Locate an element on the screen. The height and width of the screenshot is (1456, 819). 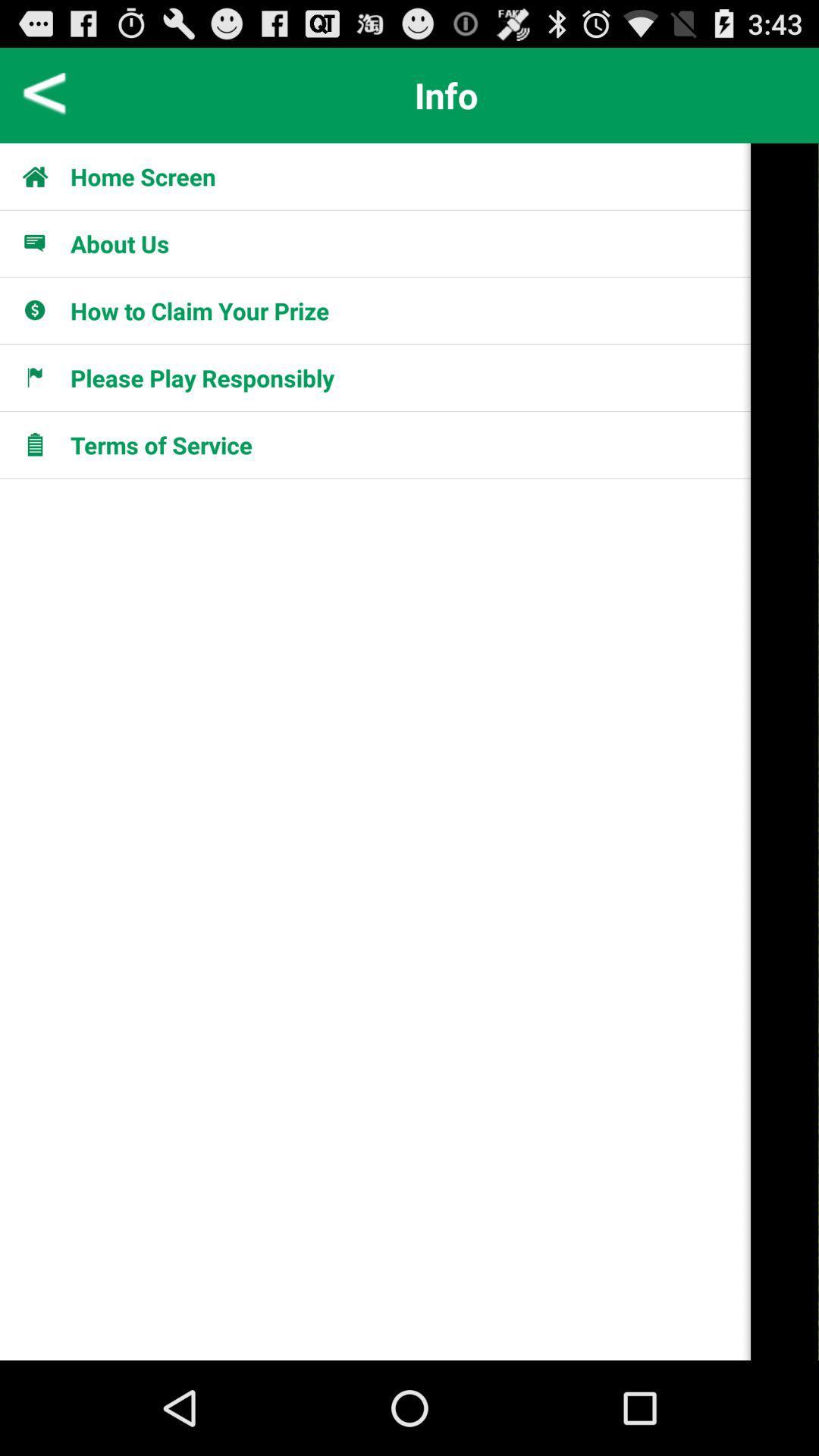
the button above home screen is located at coordinates (446, 94).